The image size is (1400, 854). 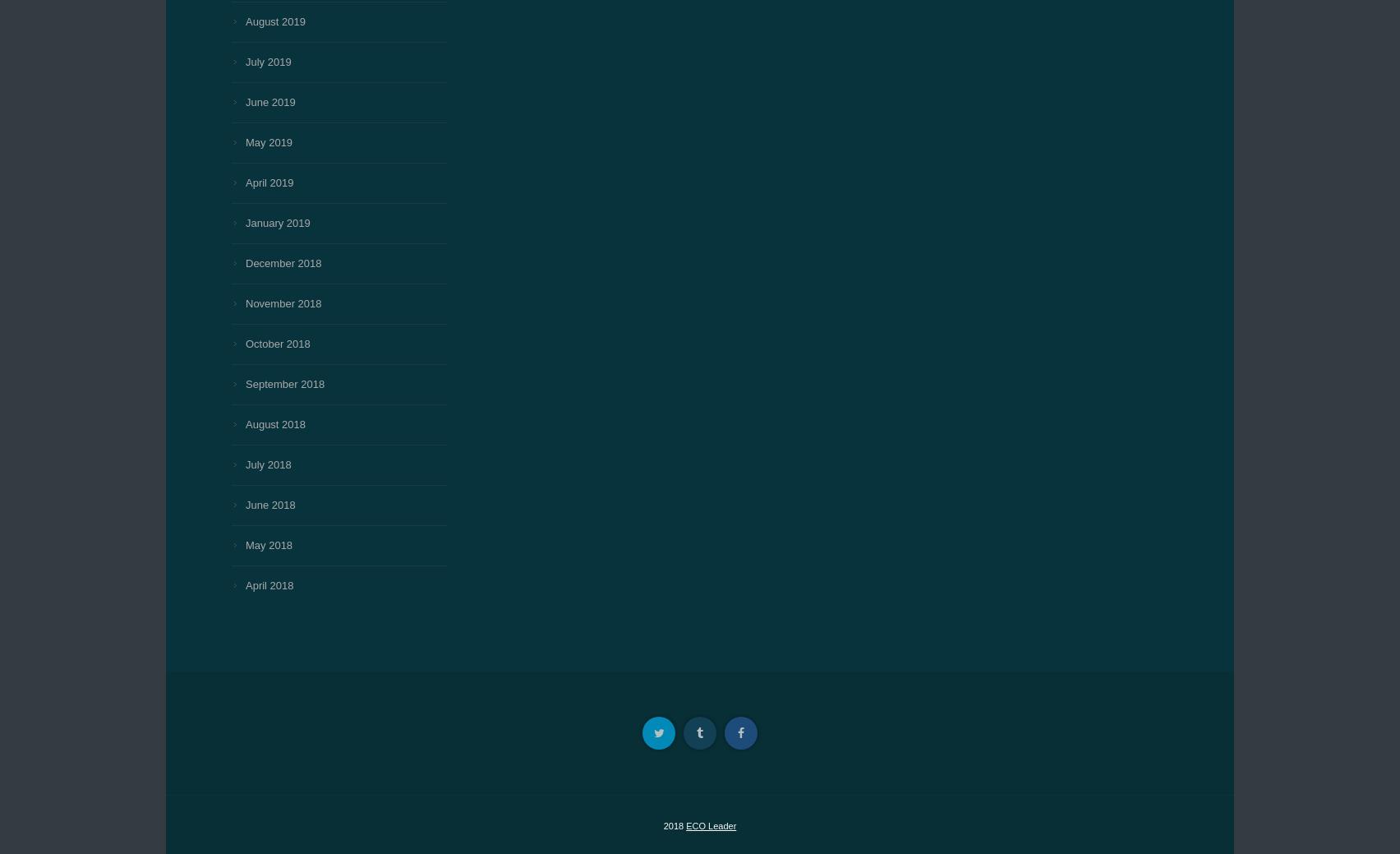 I want to click on 'April 2019', so click(x=269, y=182).